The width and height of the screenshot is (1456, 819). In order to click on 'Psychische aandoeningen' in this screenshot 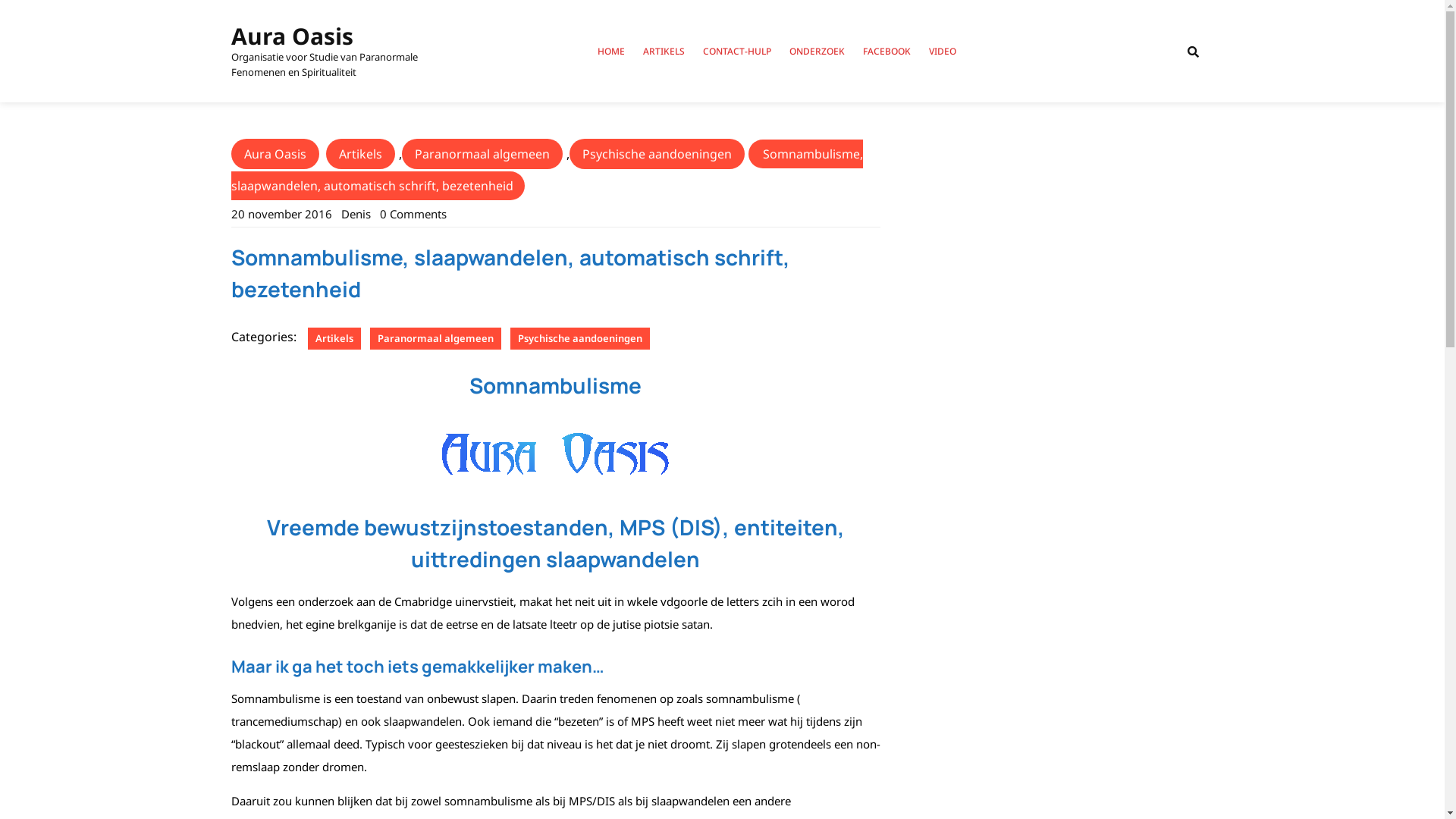, I will do `click(578, 337)`.